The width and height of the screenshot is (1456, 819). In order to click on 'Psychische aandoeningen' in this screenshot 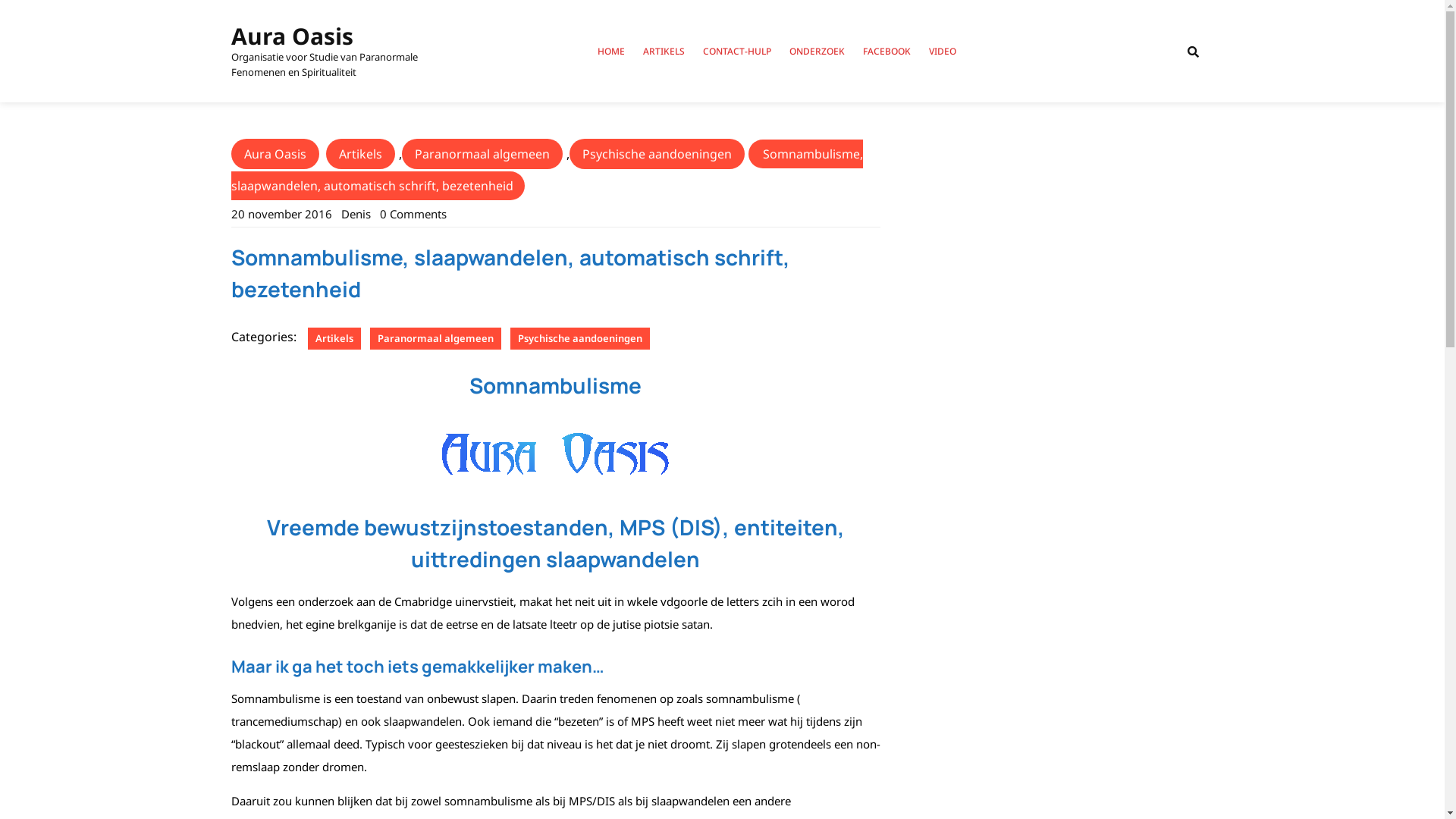, I will do `click(578, 337)`.